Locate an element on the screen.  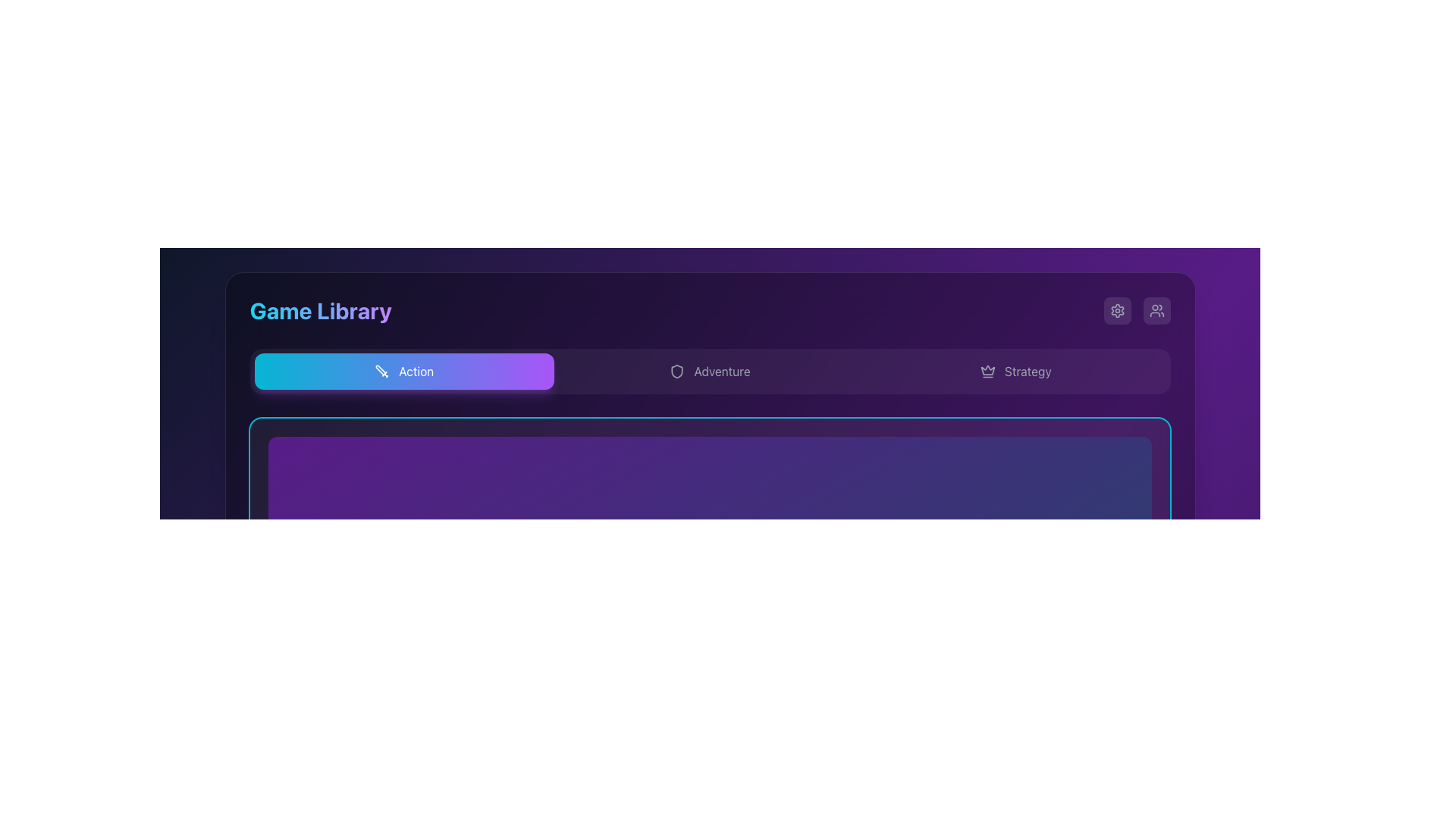
the shield-like icon located in the navigation bar, positioned to the right of the 'Adventure' text, indicating protection or settings features is located at coordinates (676, 371).